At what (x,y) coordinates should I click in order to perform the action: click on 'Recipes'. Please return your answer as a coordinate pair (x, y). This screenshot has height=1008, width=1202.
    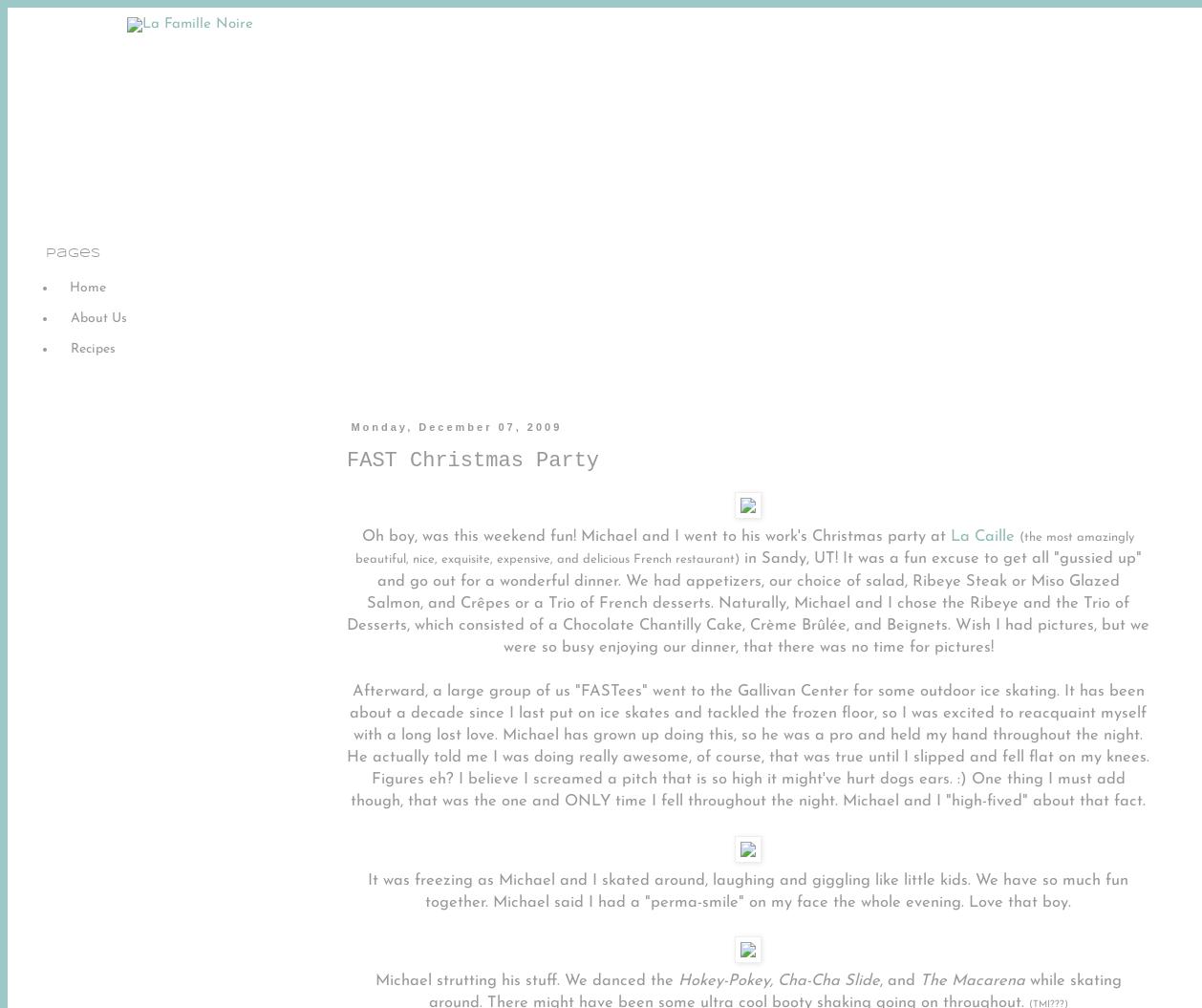
    Looking at the image, I should click on (93, 348).